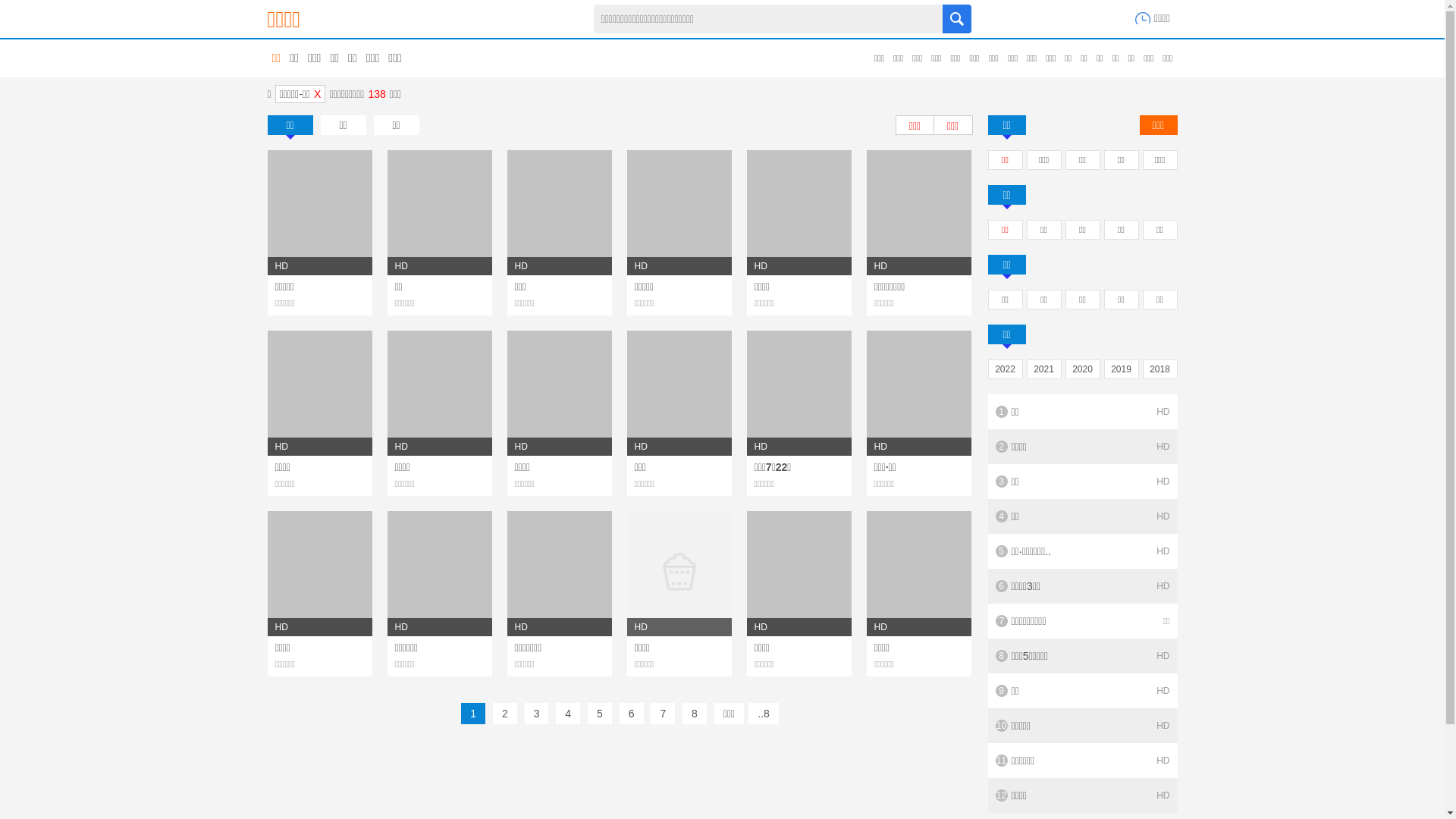 The height and width of the screenshot is (819, 1456). I want to click on '2018', so click(1143, 369).